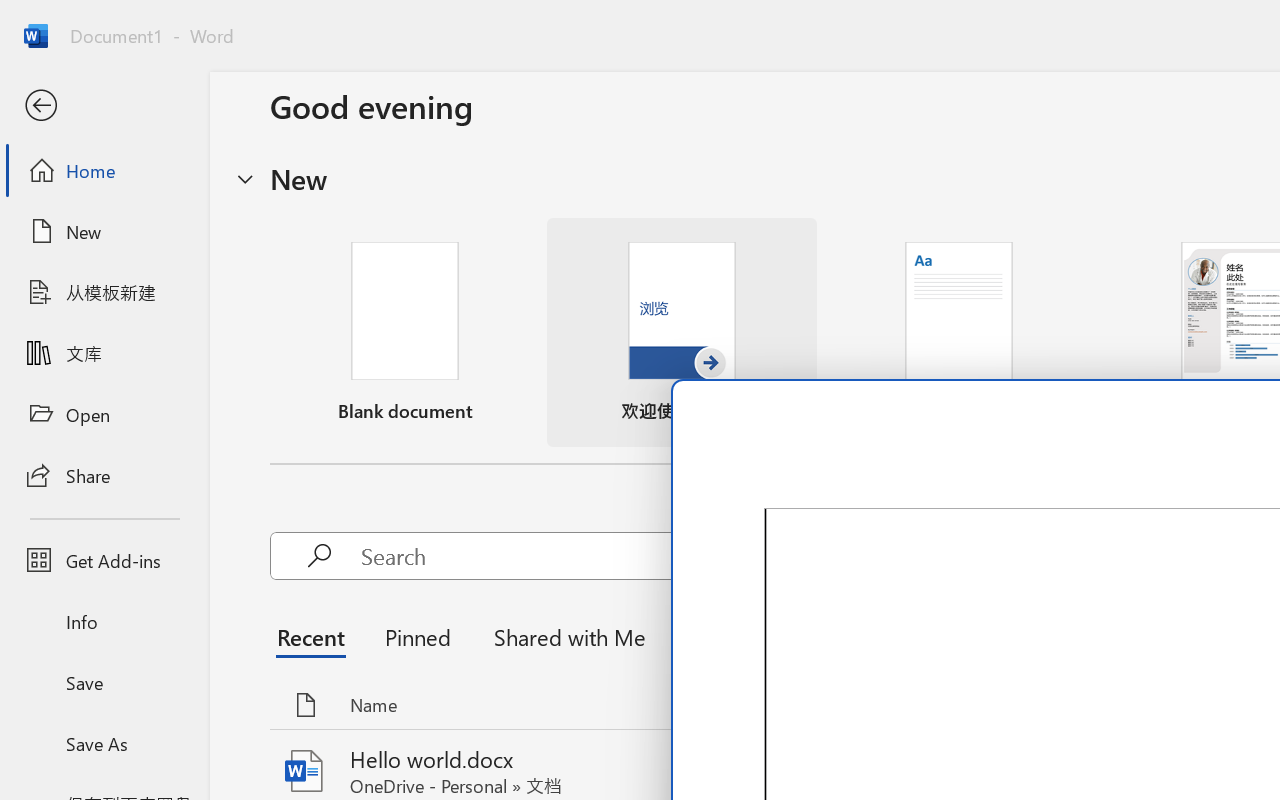 Image resolution: width=1280 pixels, height=800 pixels. I want to click on 'Back', so click(103, 105).